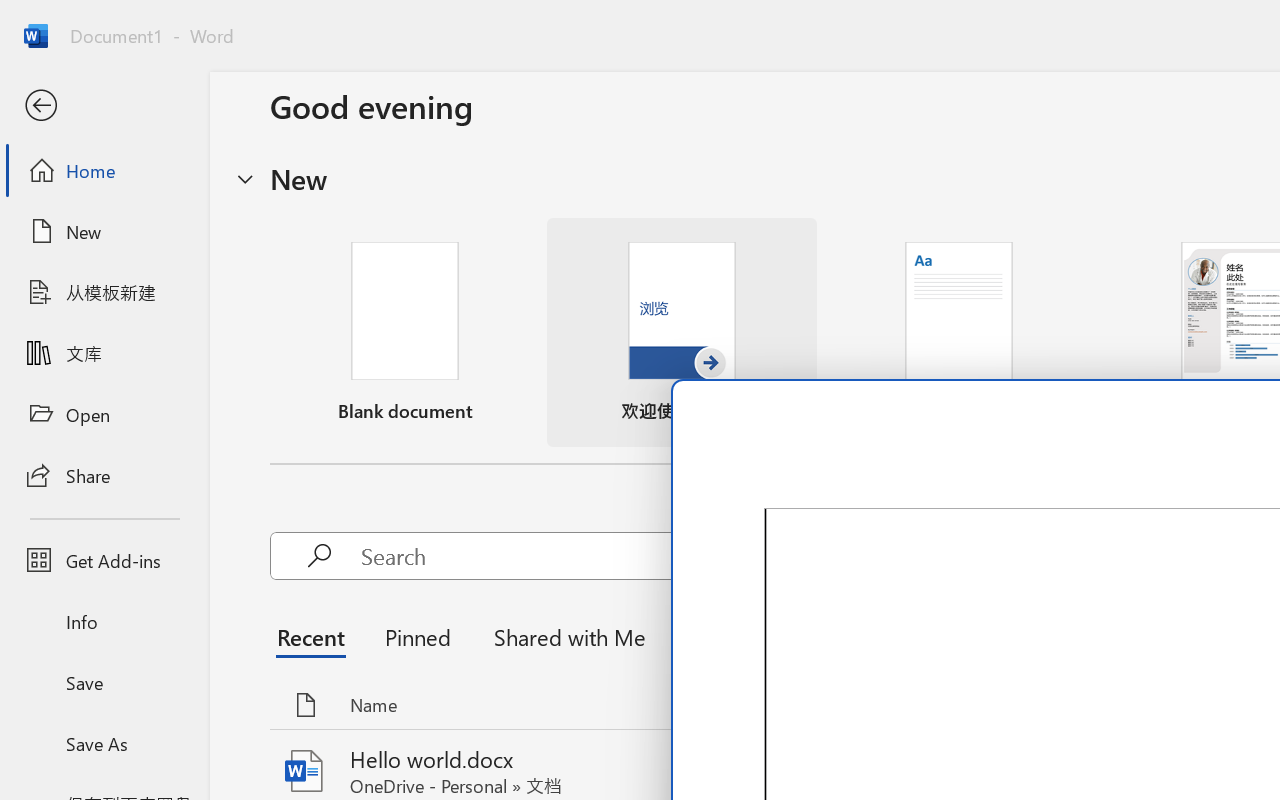 Image resolution: width=1280 pixels, height=800 pixels. I want to click on 'Back', so click(103, 105).